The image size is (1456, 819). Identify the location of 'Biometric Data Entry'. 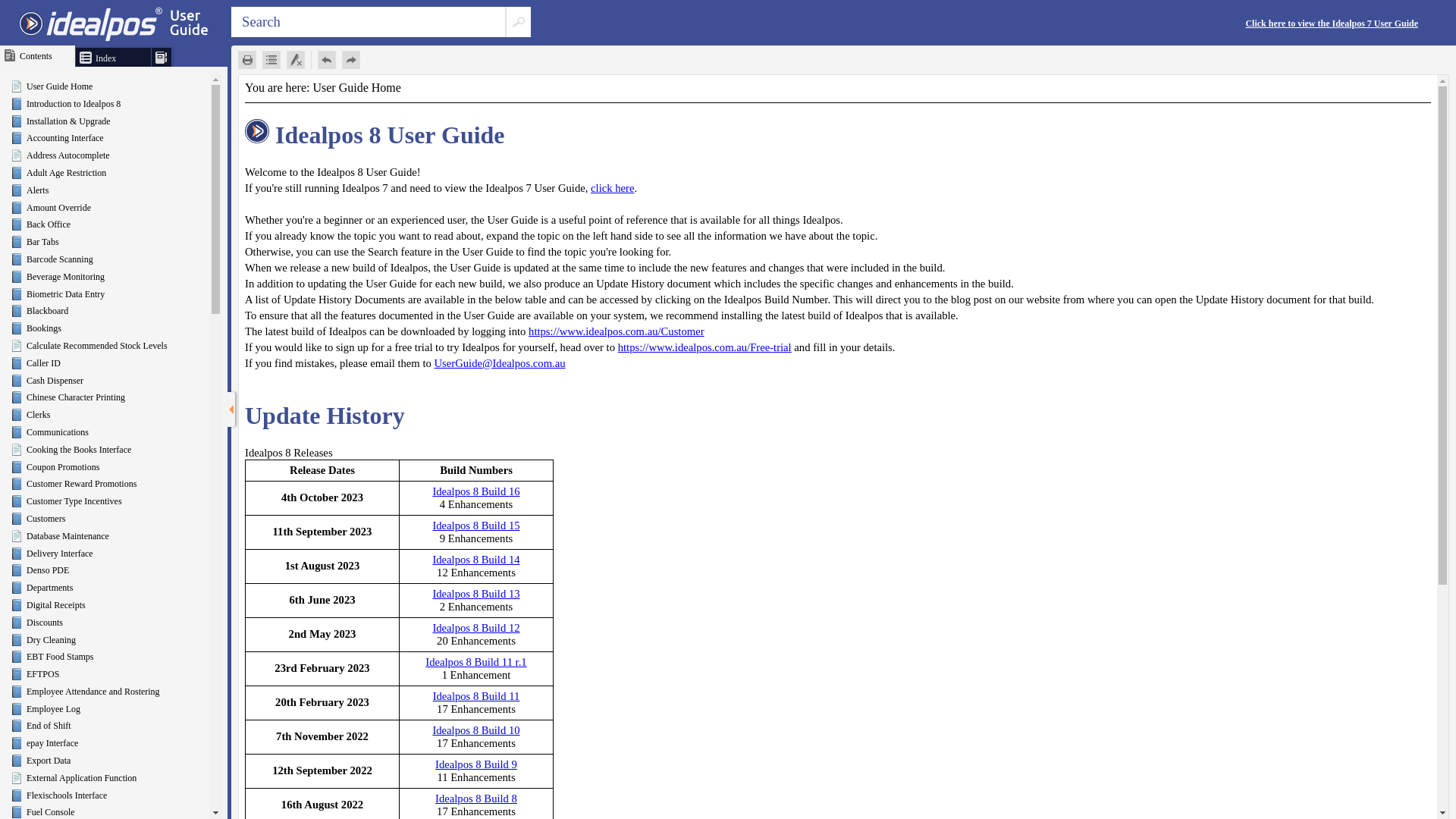
(64, 294).